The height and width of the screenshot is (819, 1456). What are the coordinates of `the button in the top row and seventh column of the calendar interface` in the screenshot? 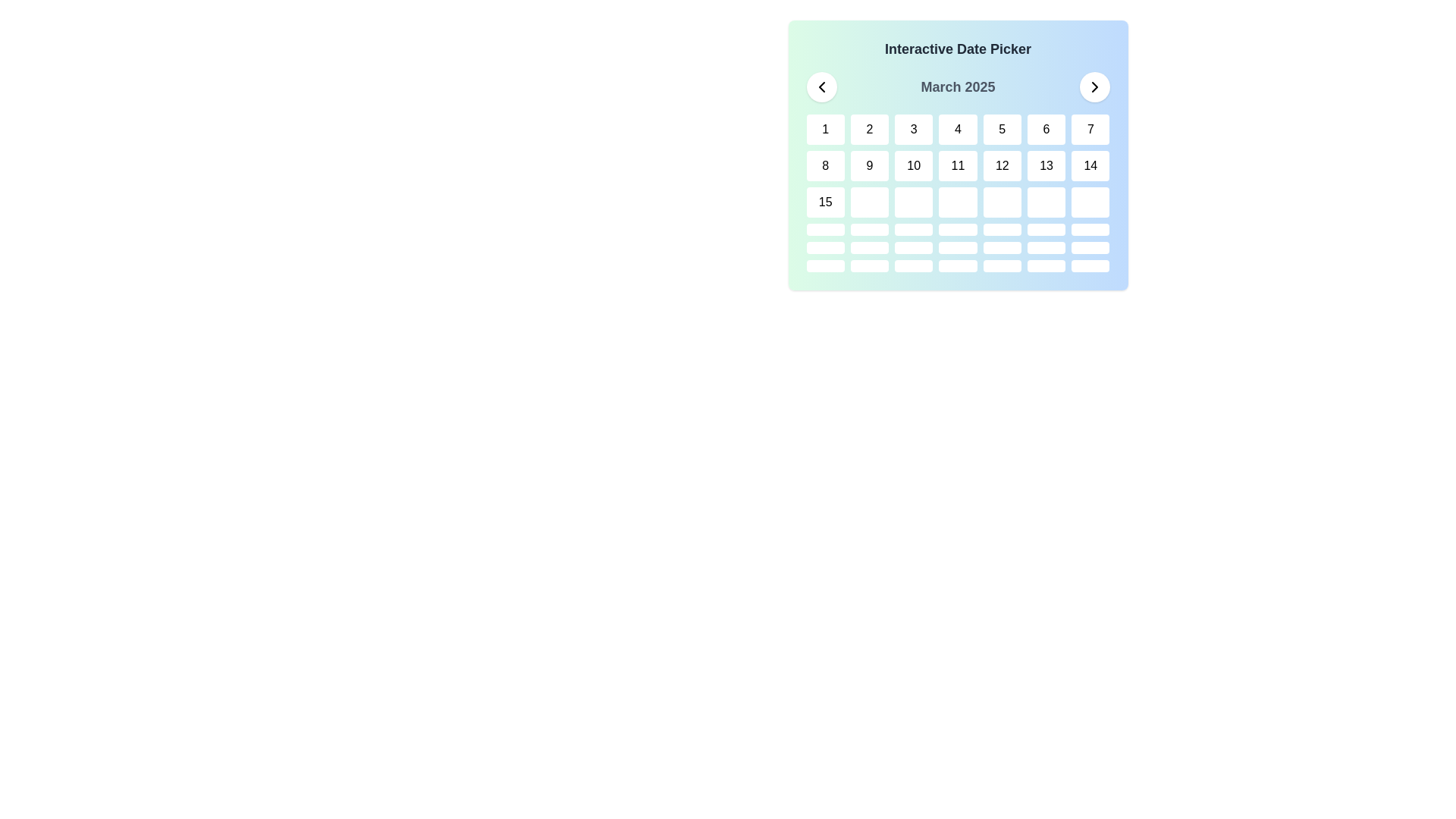 It's located at (1090, 128).